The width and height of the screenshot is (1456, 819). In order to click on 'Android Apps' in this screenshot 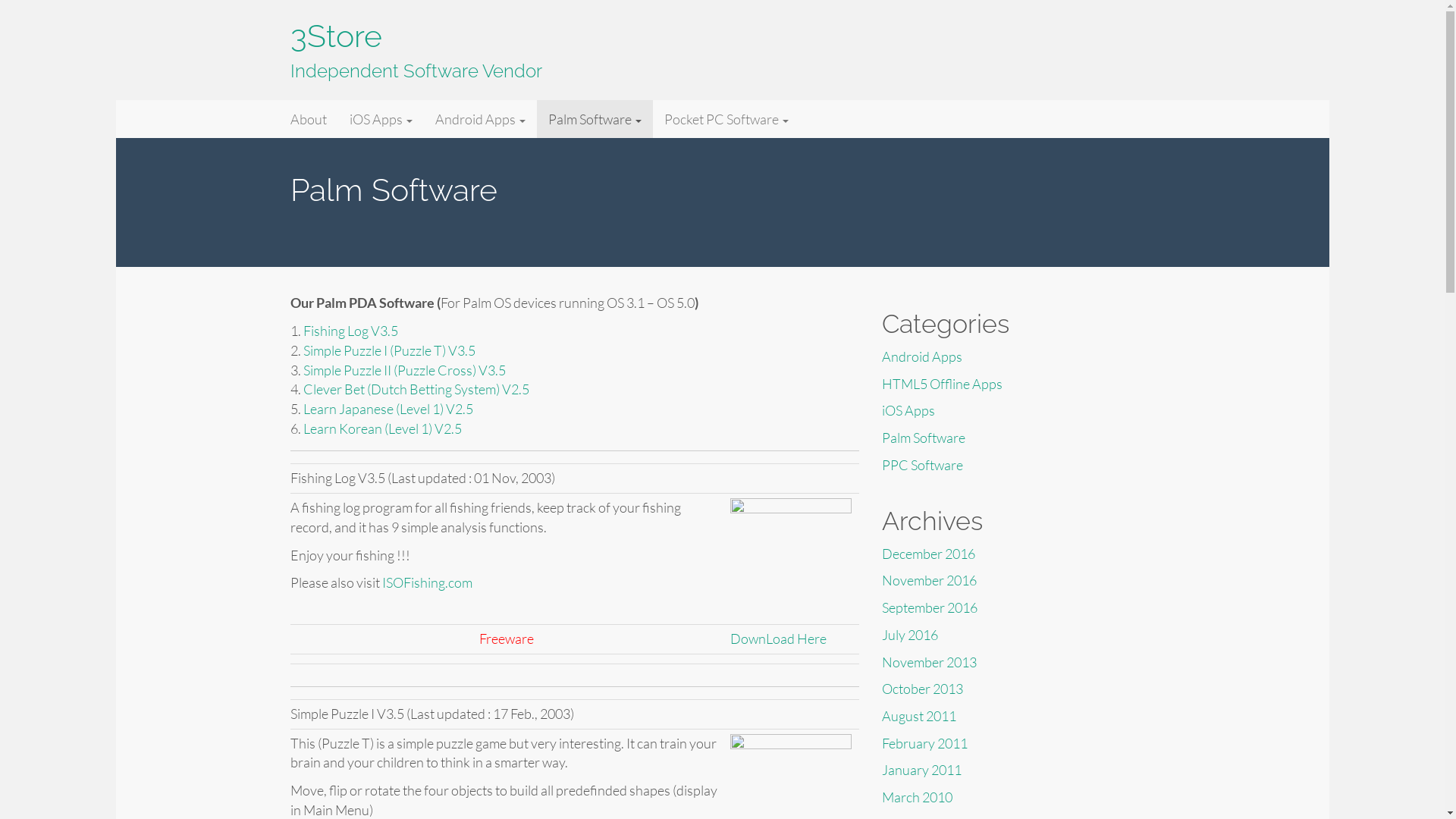, I will do `click(422, 118)`.